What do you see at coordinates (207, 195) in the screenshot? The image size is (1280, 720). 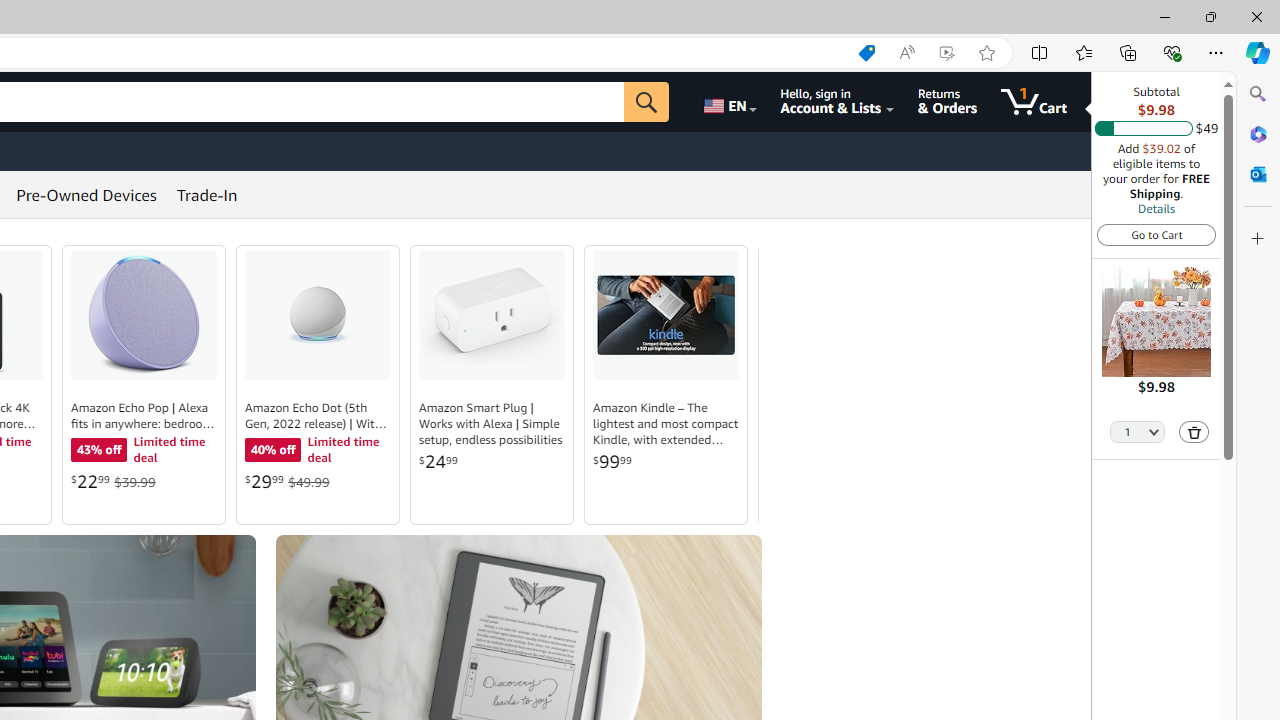 I see `'Trade-In'` at bounding box center [207, 195].